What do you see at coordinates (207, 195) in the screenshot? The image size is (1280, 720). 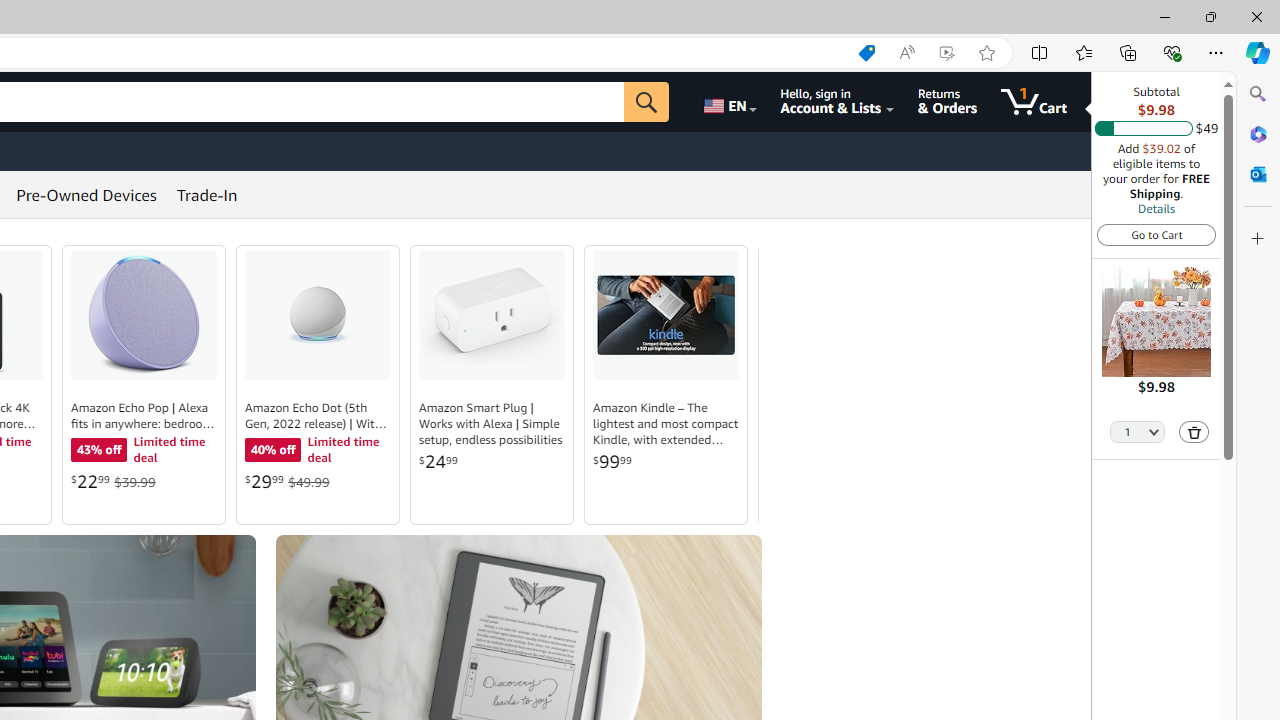 I see `'Trade-In'` at bounding box center [207, 195].